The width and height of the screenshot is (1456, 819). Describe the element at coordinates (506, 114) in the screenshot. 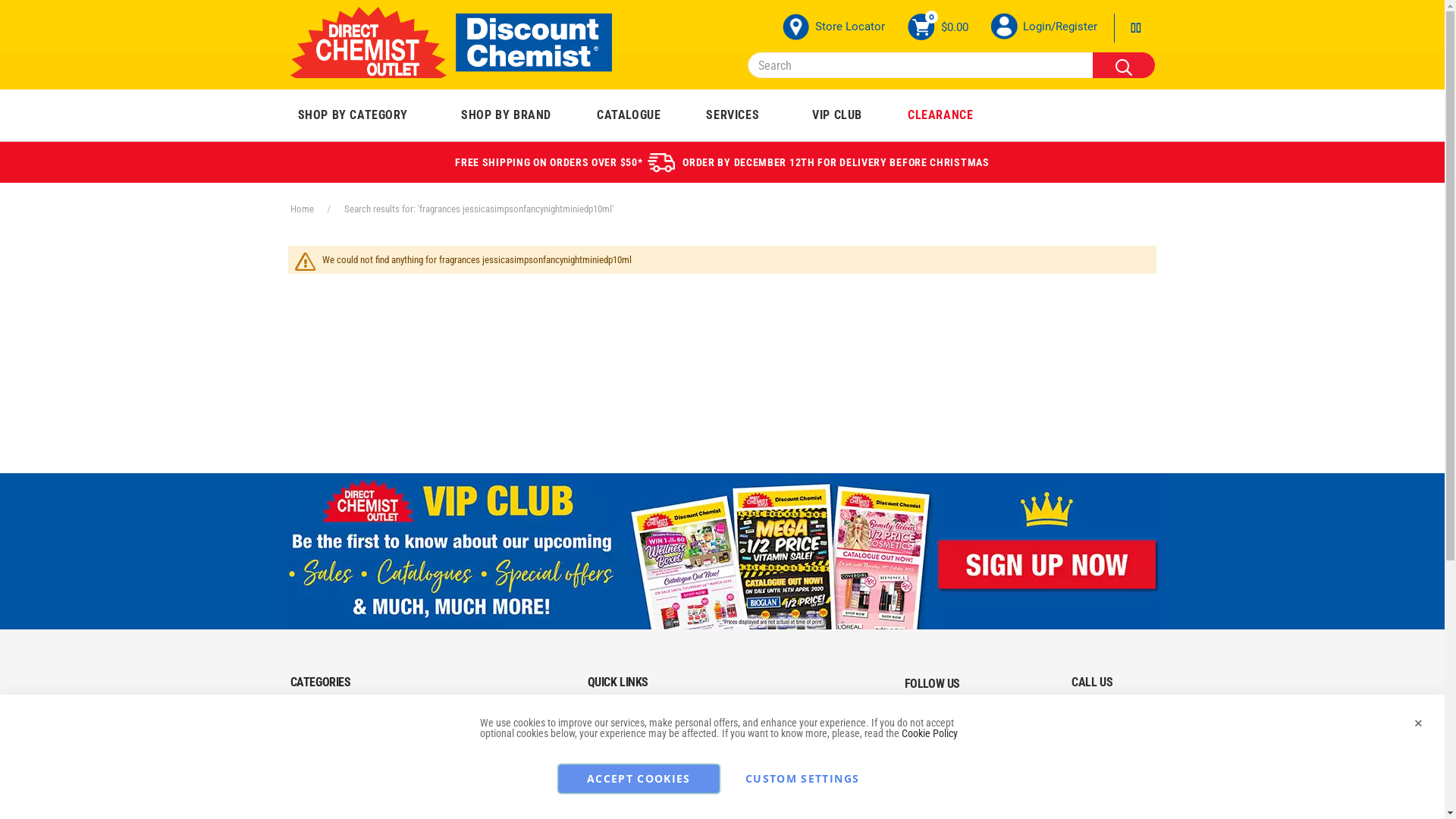

I see `'SHOP BY BRAND'` at that location.